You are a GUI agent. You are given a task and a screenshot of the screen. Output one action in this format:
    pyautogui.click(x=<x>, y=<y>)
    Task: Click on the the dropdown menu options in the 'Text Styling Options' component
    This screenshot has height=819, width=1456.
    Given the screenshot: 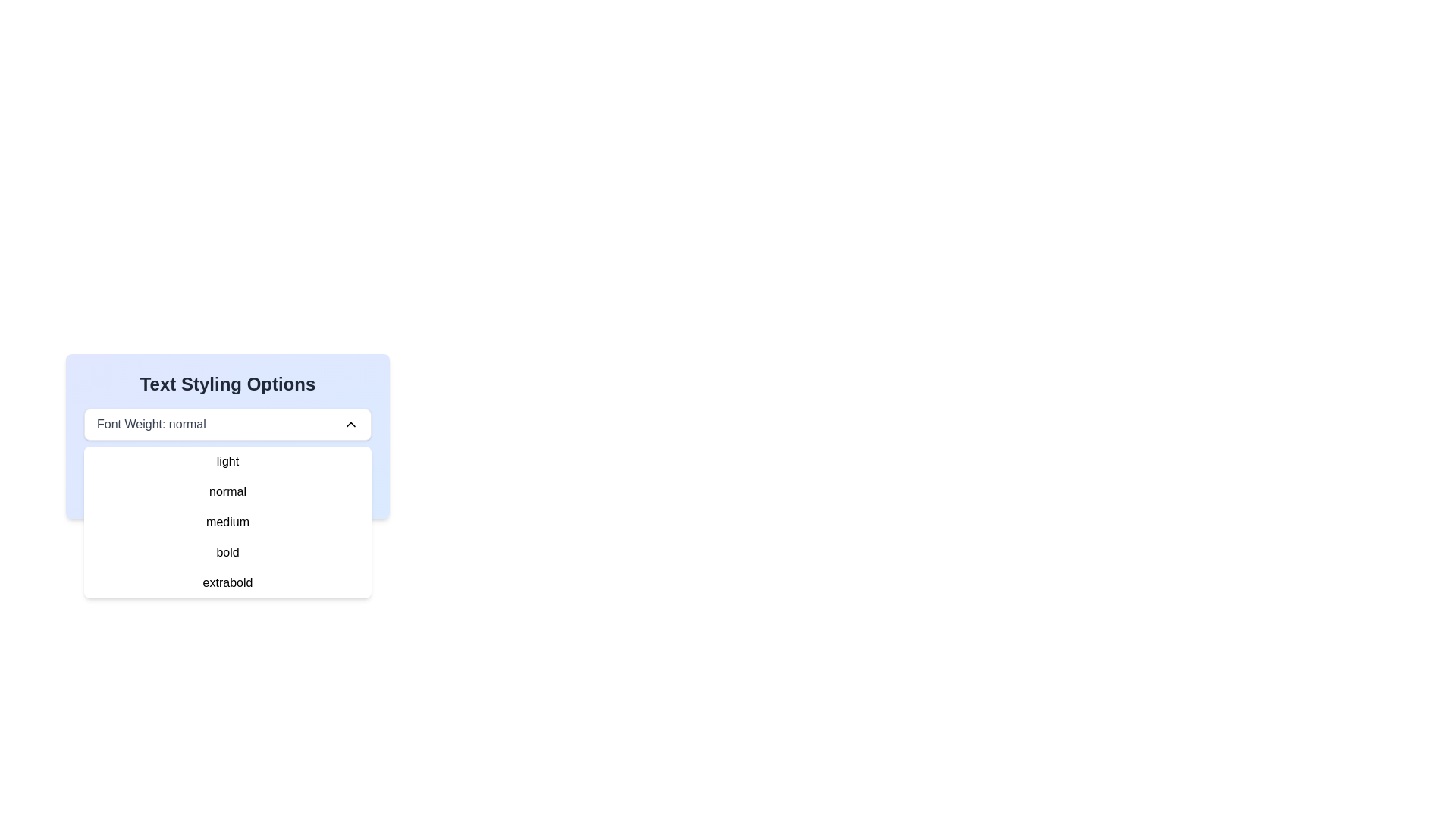 What is the action you would take?
    pyautogui.click(x=227, y=436)
    